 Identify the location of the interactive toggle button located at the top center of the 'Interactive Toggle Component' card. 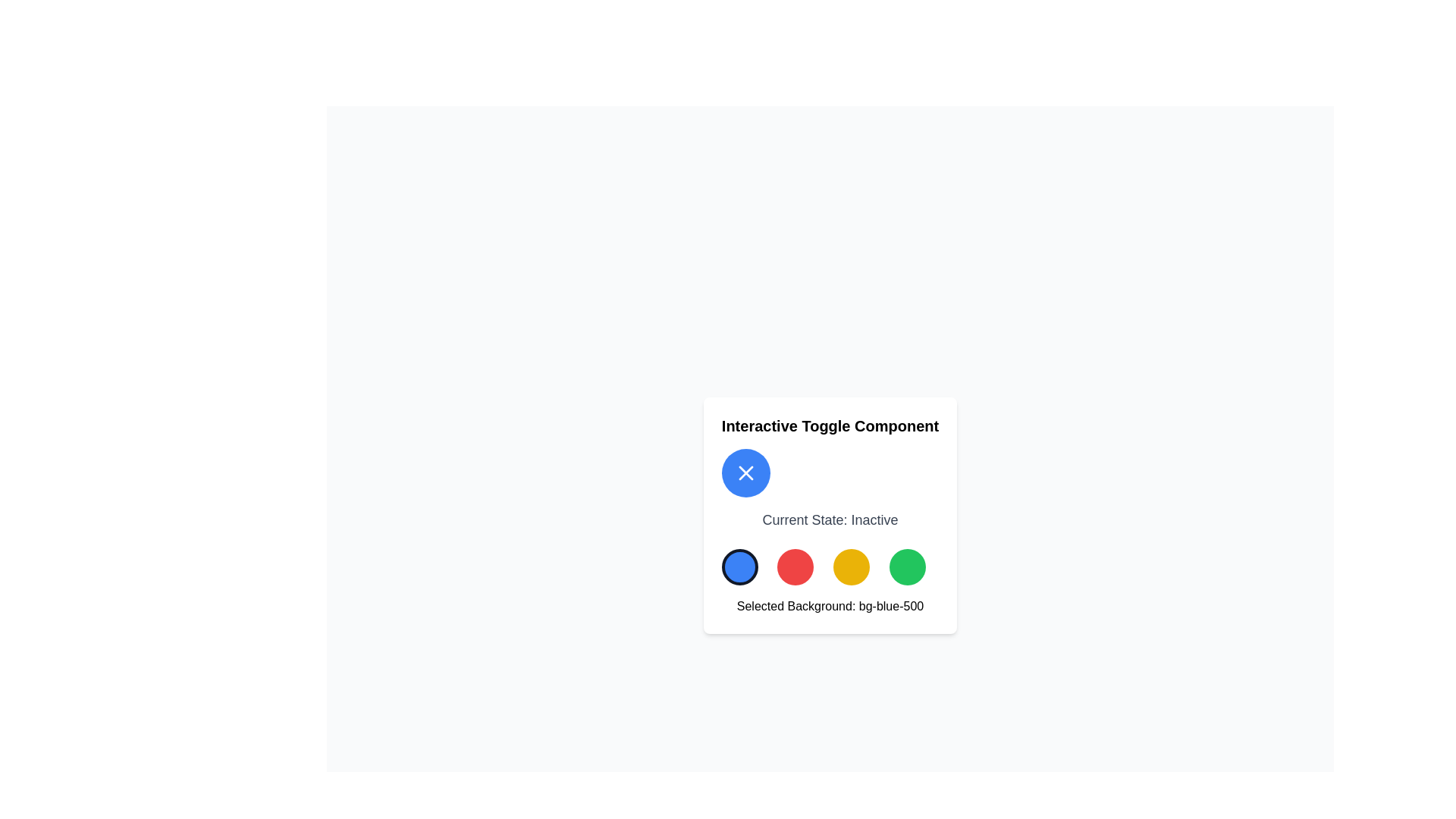
(745, 472).